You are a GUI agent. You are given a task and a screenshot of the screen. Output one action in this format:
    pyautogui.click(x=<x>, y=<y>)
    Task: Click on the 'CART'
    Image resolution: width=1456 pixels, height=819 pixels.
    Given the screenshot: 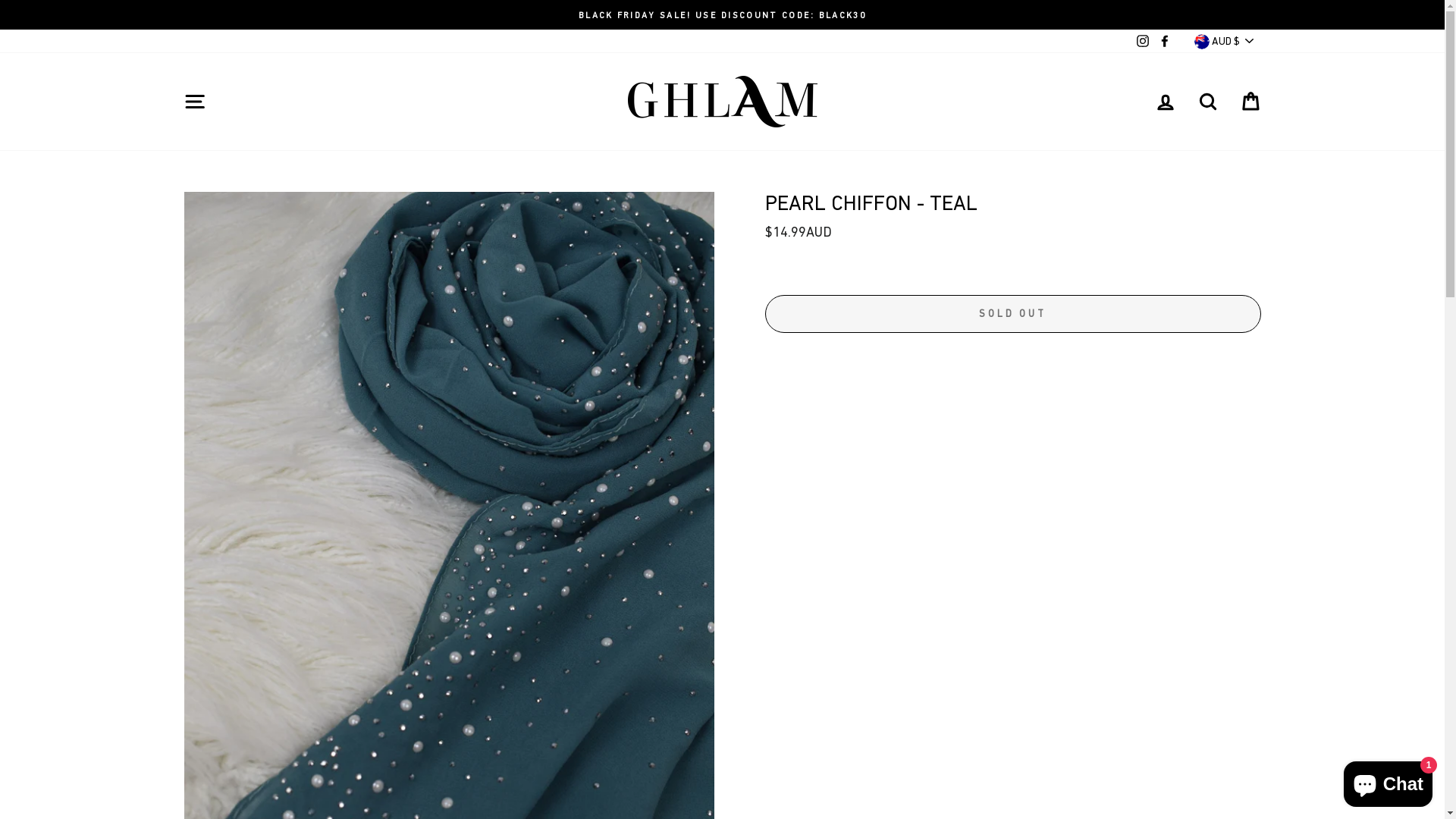 What is the action you would take?
    pyautogui.click(x=1249, y=101)
    